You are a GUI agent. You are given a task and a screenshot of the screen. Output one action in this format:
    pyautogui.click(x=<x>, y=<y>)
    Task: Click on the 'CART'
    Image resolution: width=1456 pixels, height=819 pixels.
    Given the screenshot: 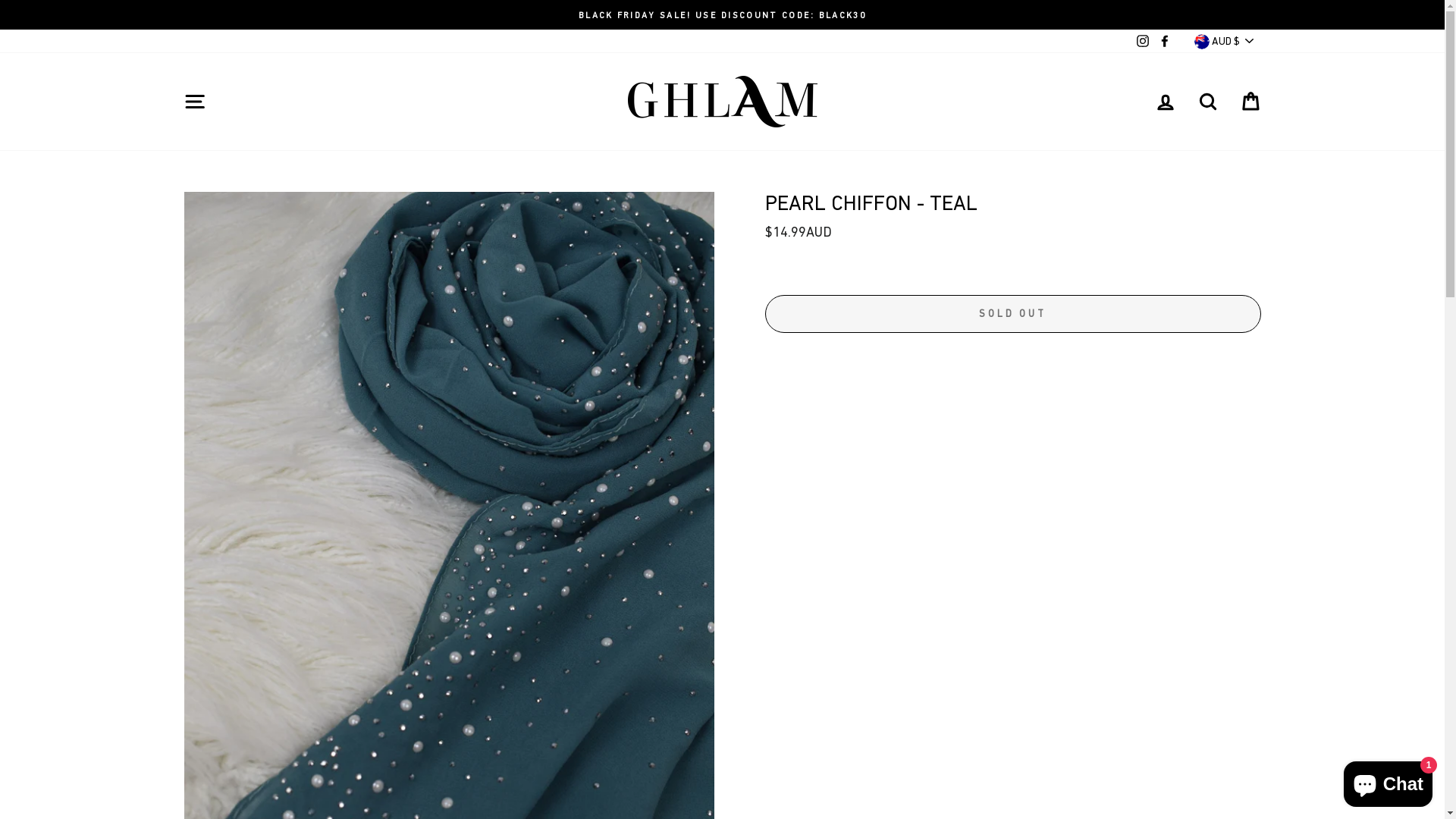 What is the action you would take?
    pyautogui.click(x=1249, y=101)
    